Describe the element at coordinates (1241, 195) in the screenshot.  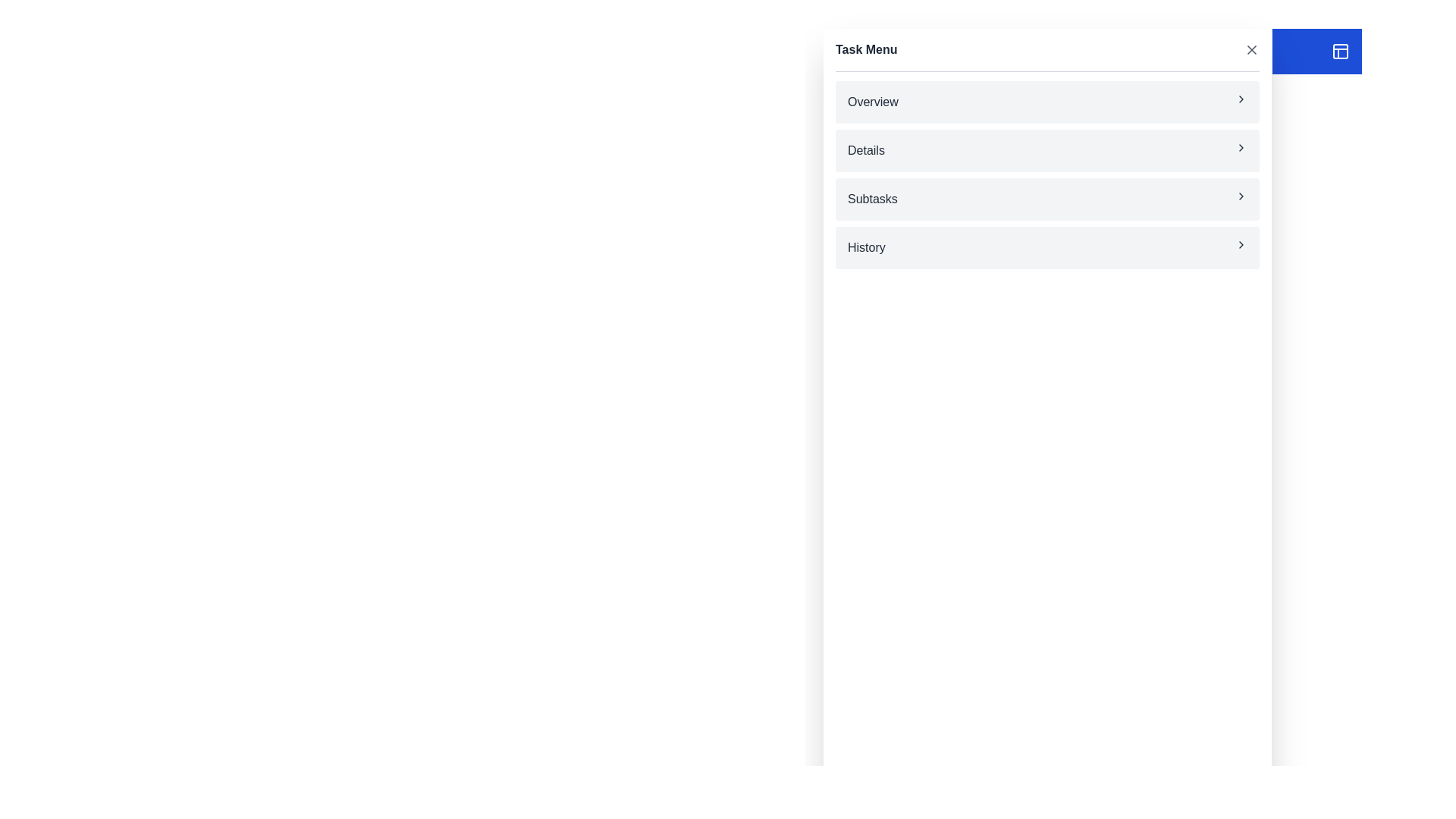
I see `the right-pointing chevron icon located at the right side of the 'Subtasks' row in the vertical menu` at that location.